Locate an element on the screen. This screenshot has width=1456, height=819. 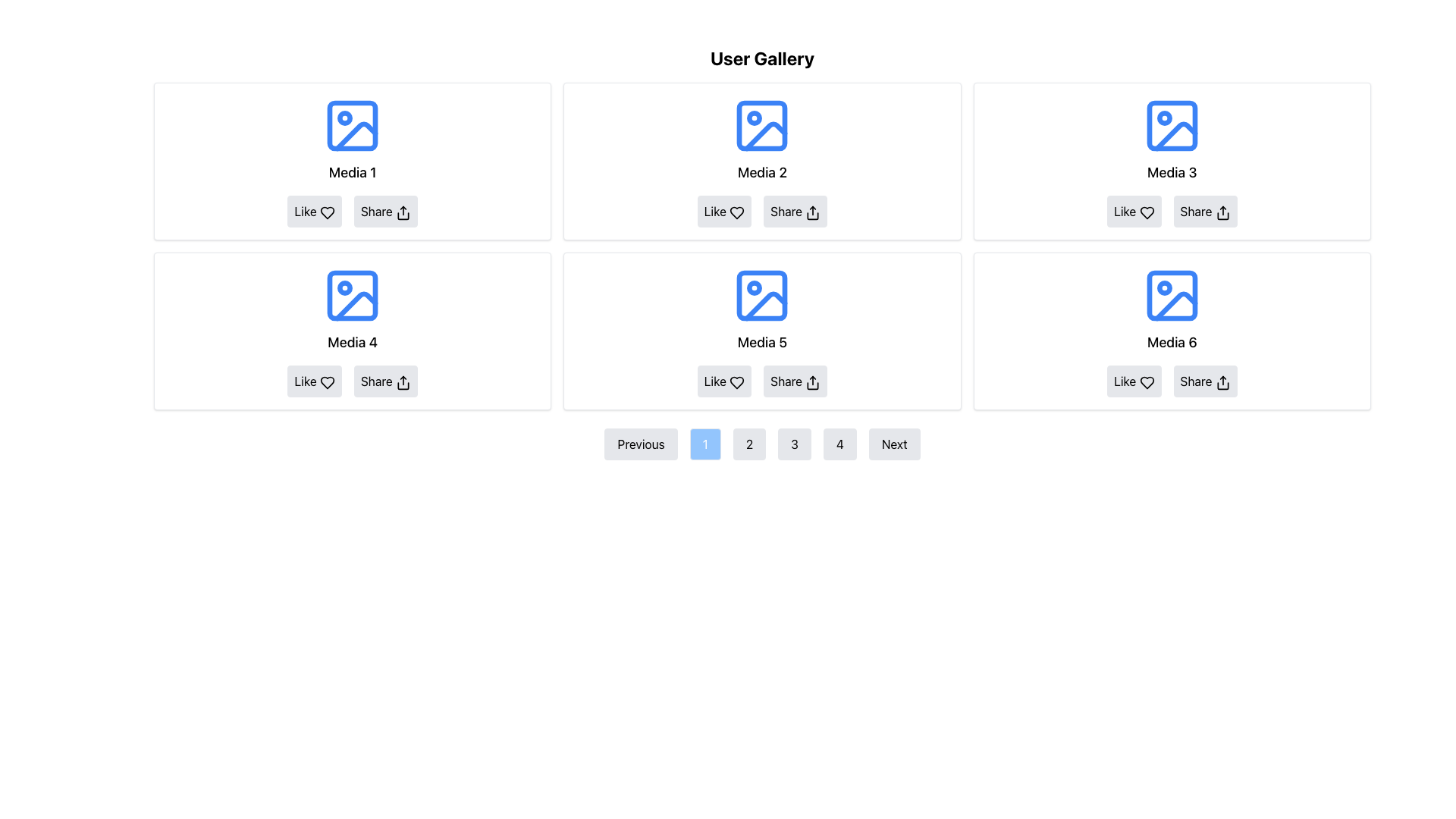
the interactive button group containing 'Like' and 'Share' buttons located within the card titled 'Media 4' is located at coordinates (352, 380).